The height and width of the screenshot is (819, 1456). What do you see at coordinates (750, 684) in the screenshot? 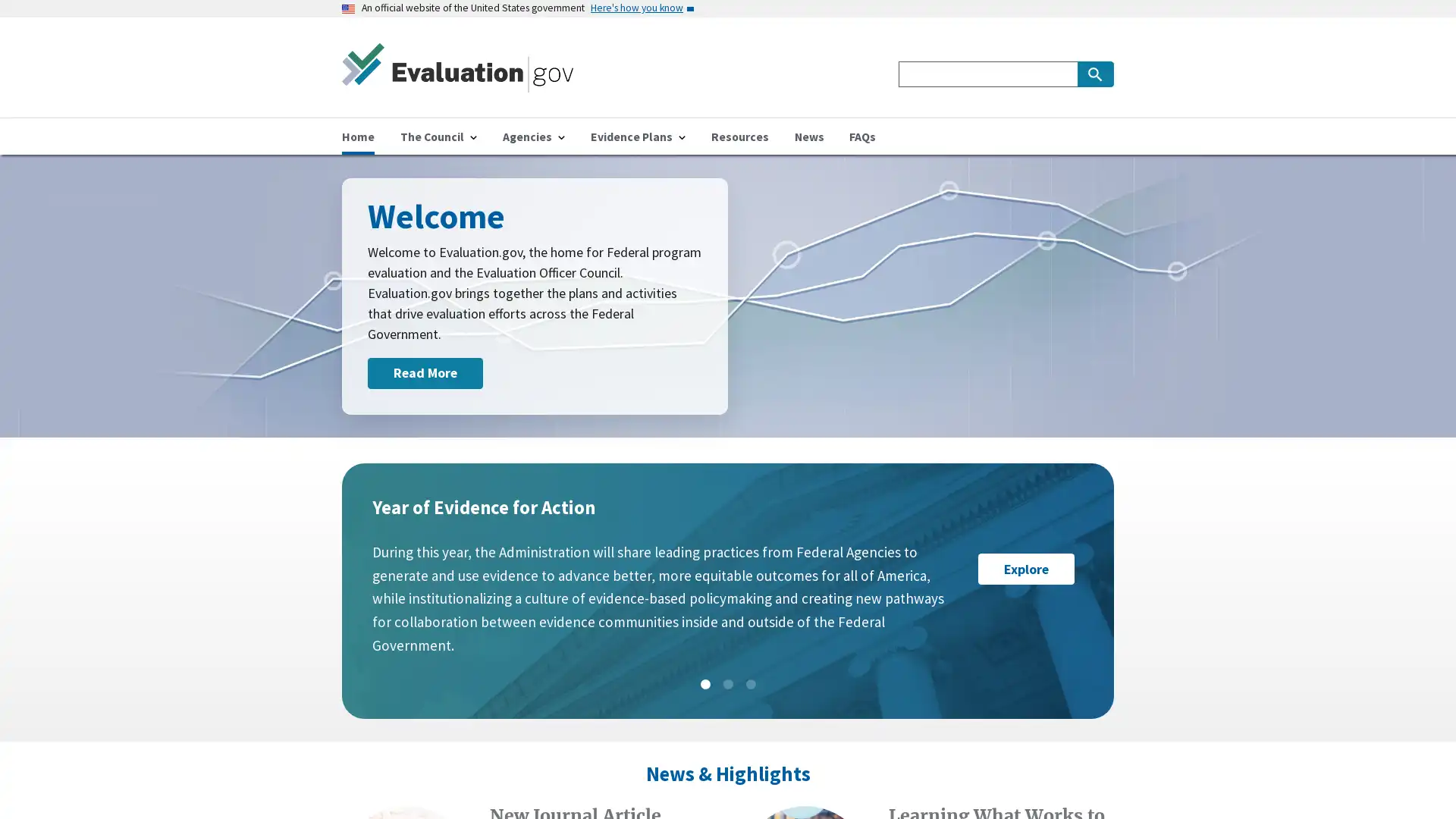
I see `Slide: 3` at bounding box center [750, 684].